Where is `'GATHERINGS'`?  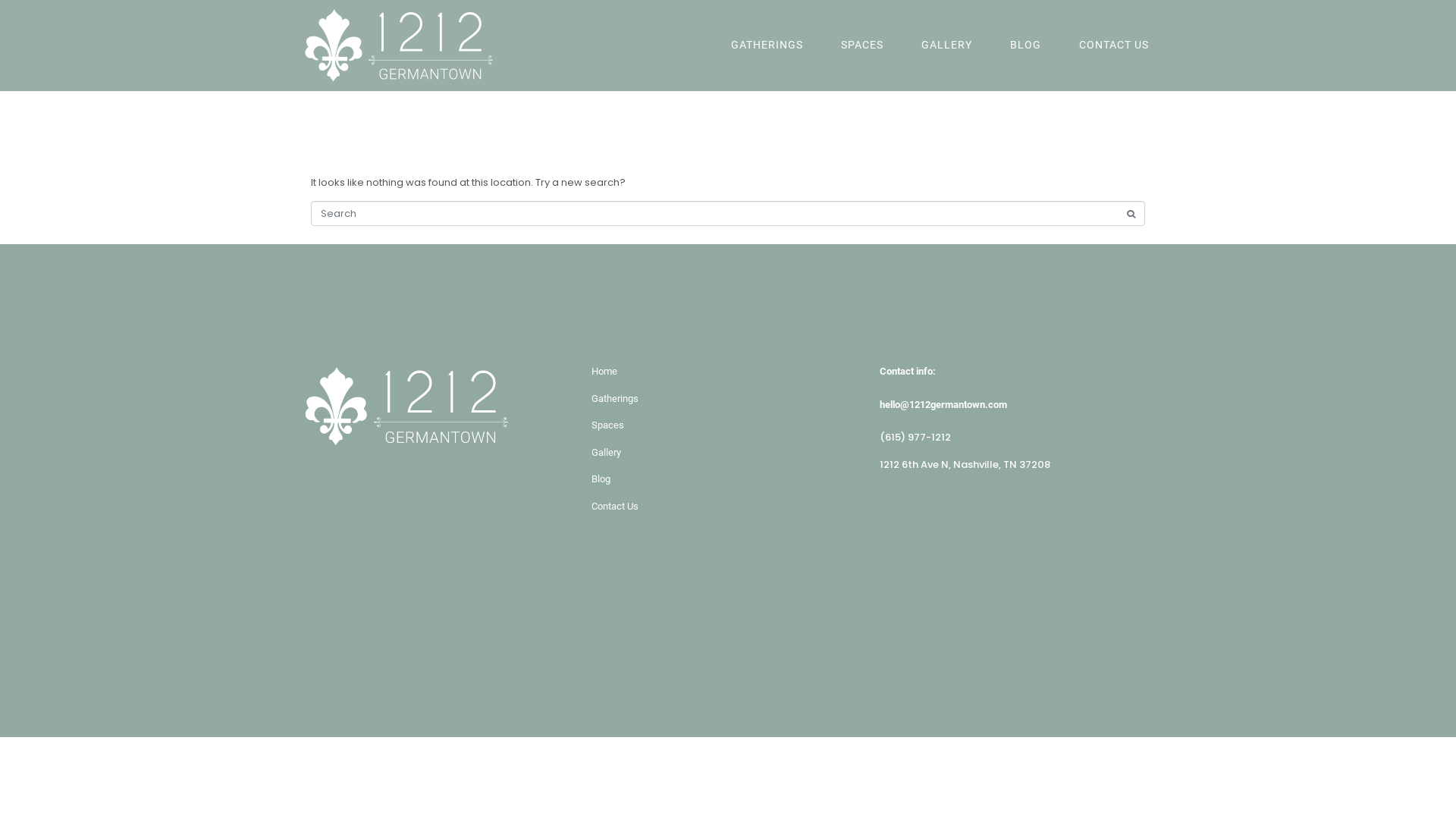 'GATHERINGS' is located at coordinates (767, 45).